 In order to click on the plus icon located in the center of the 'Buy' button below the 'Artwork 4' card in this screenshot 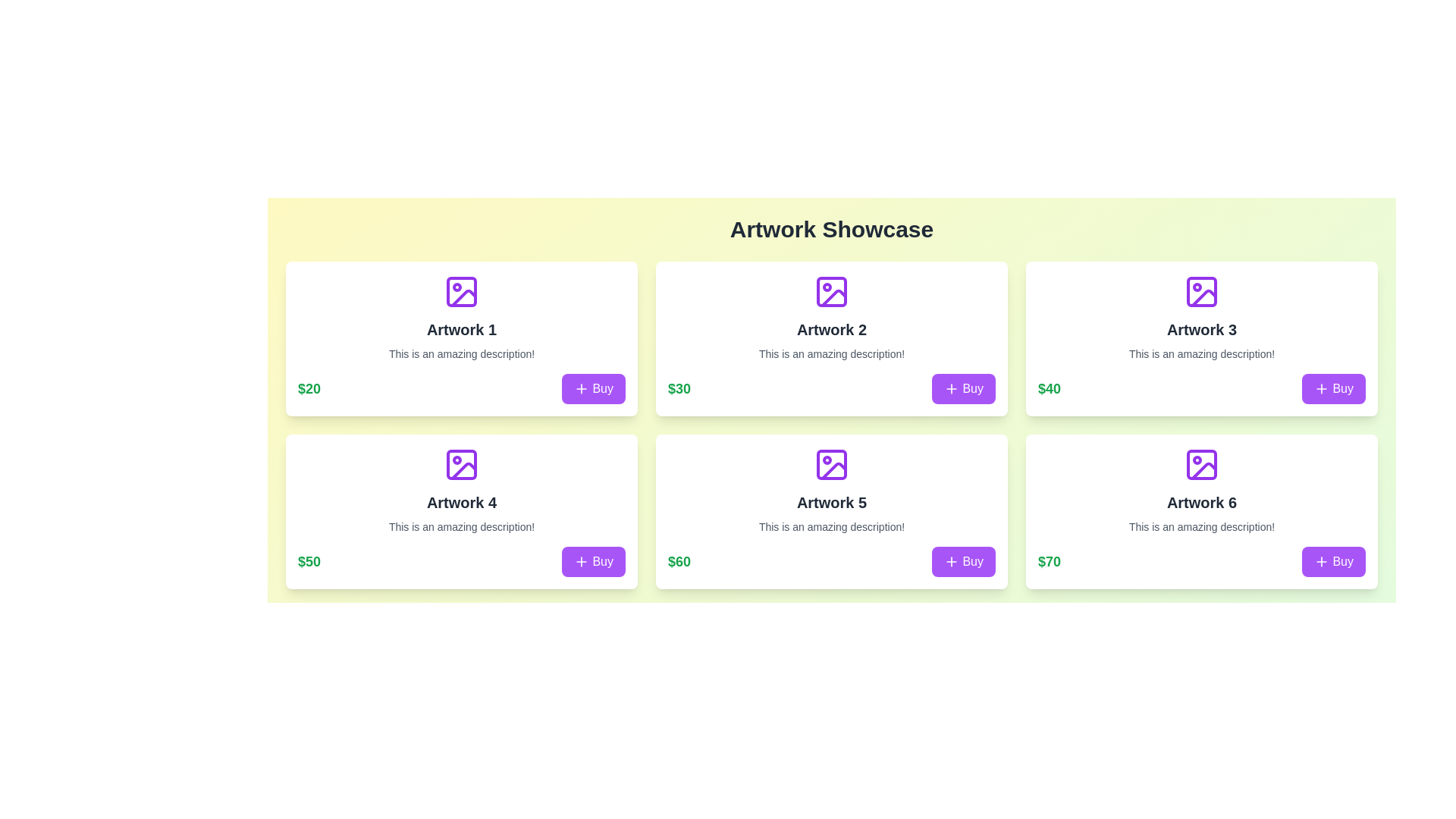, I will do `click(581, 561)`.